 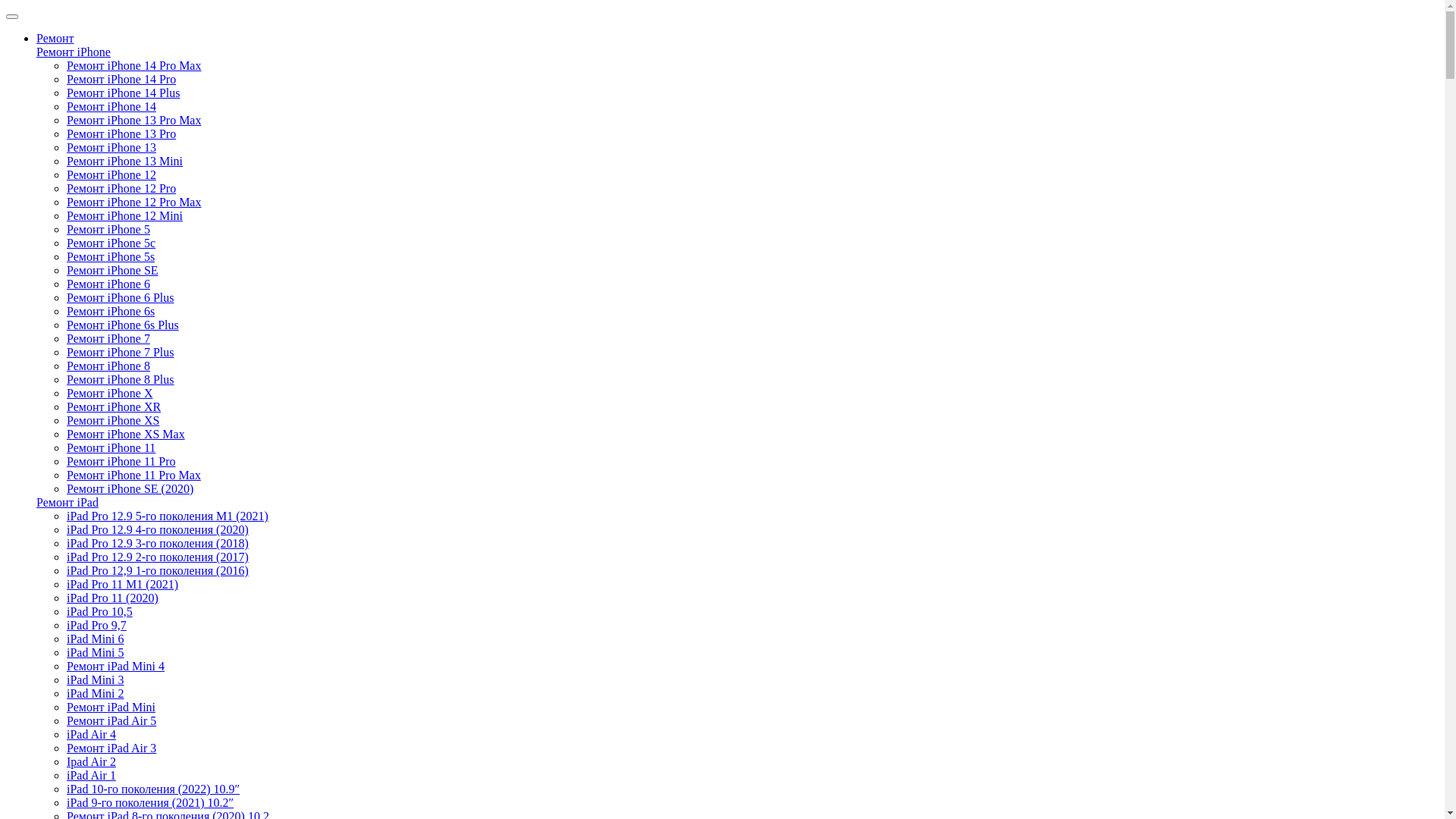 I want to click on 'iPad Air 4', so click(x=90, y=733).